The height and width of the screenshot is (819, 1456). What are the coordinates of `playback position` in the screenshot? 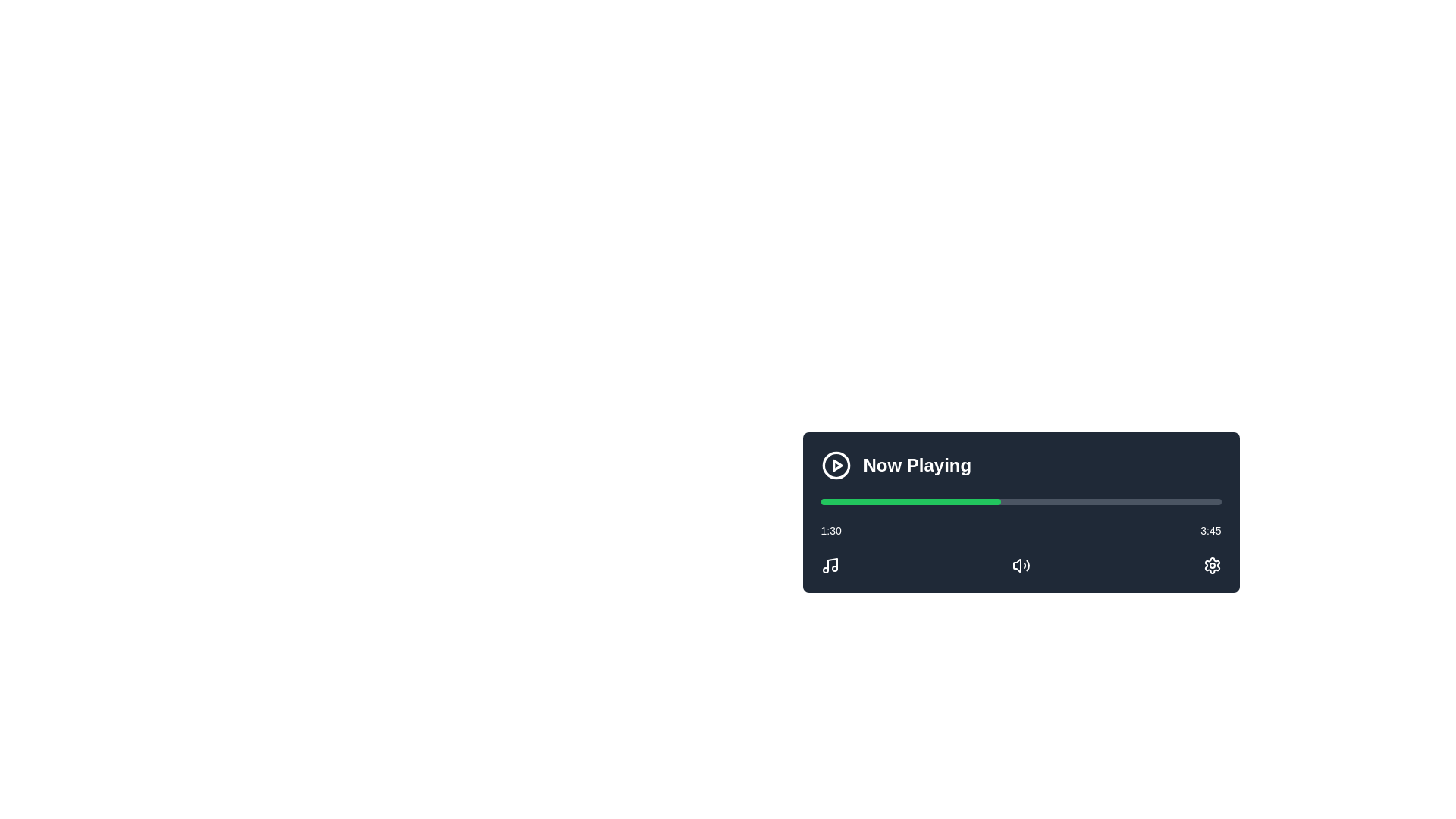 It's located at (820, 502).